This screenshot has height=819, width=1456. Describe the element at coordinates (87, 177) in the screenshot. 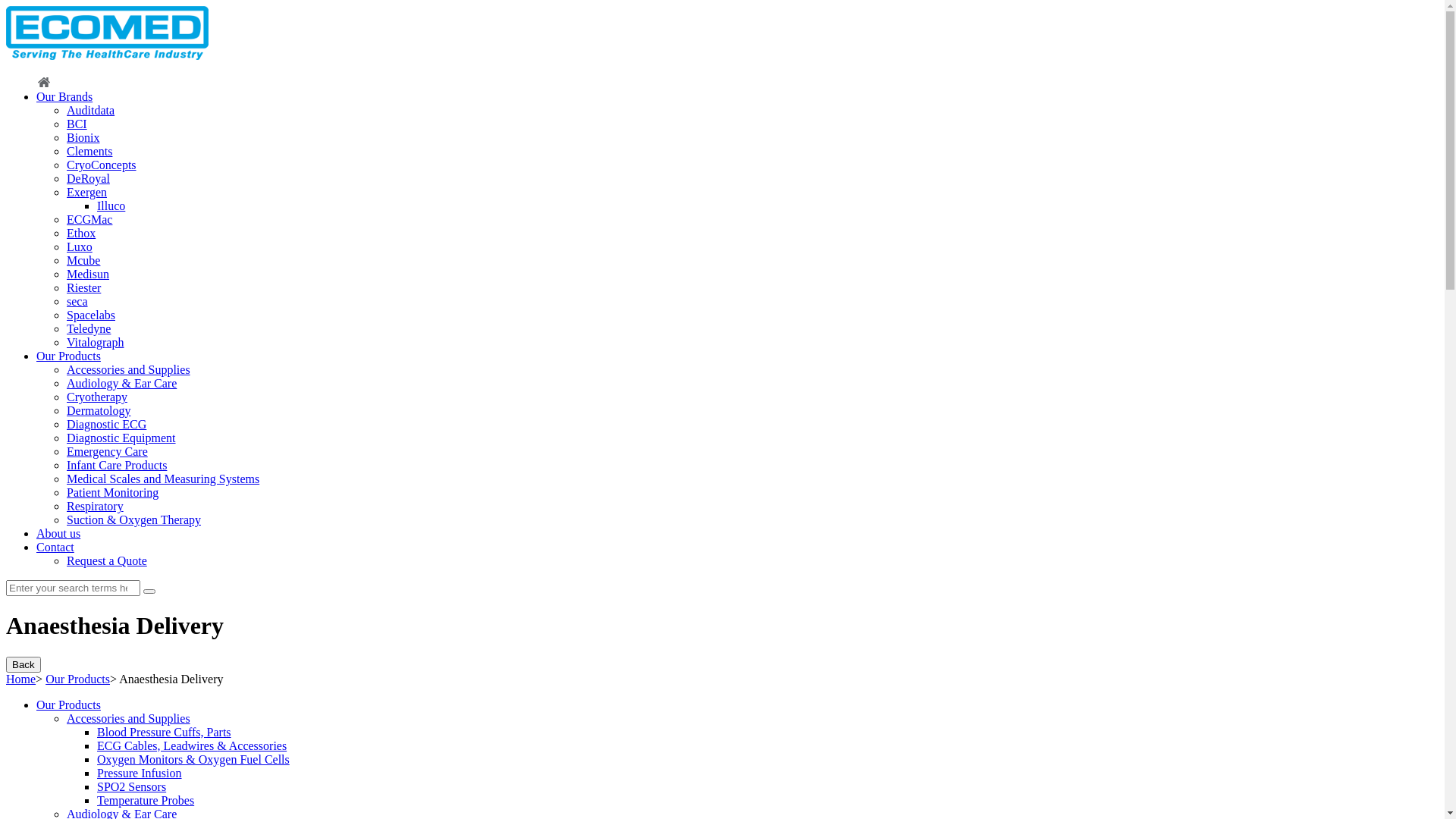

I see `'DeRoyal'` at that location.